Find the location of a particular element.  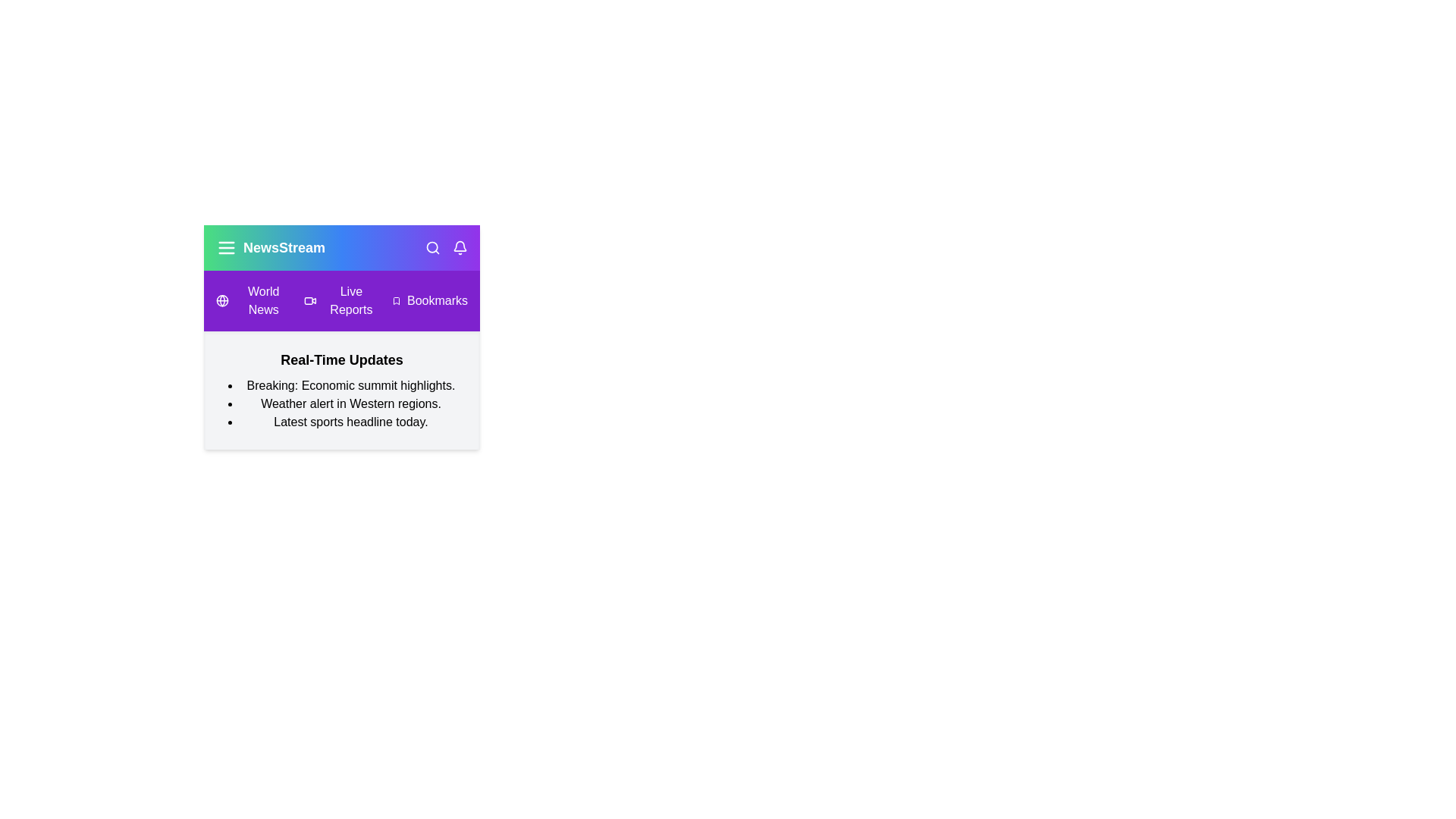

the bell icon to toggle the visibility of the notifications section is located at coordinates (459, 247).